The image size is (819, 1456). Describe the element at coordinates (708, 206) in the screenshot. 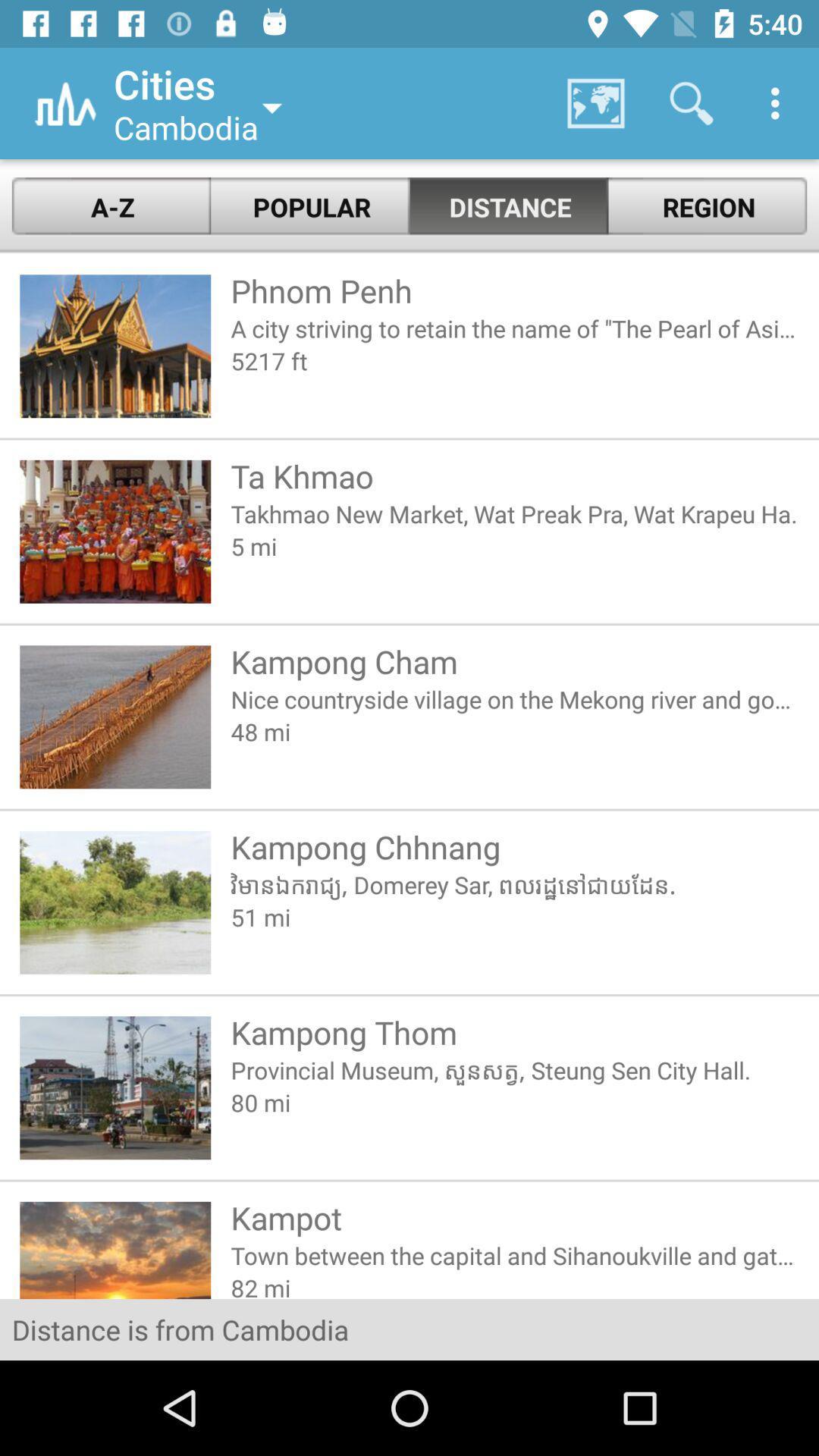

I see `the region icon` at that location.